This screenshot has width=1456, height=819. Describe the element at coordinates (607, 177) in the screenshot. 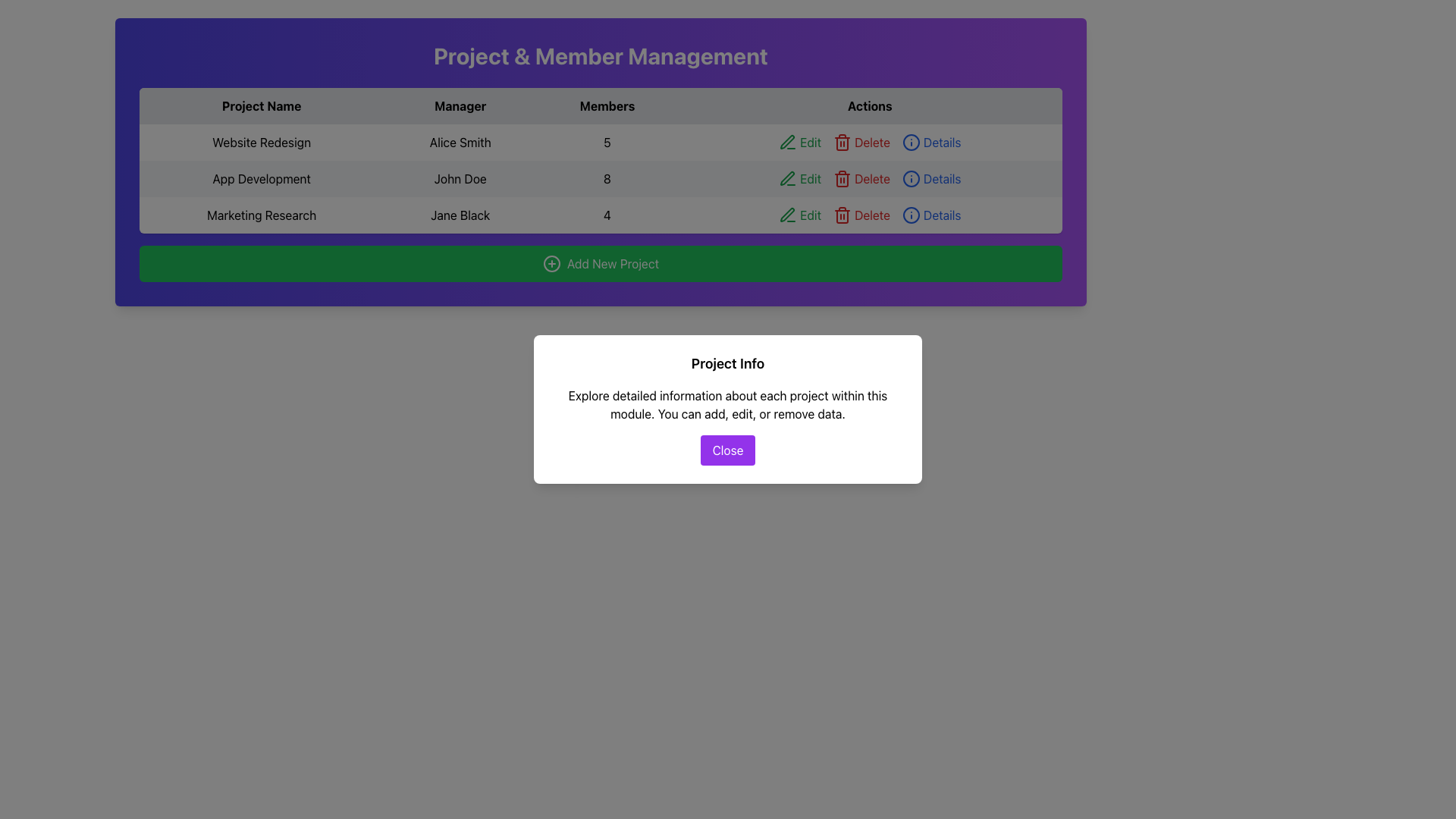

I see `the static text displaying the number of team members in the 'App Development' project for 'John Doe', located in the third column of the second row in the table` at that location.